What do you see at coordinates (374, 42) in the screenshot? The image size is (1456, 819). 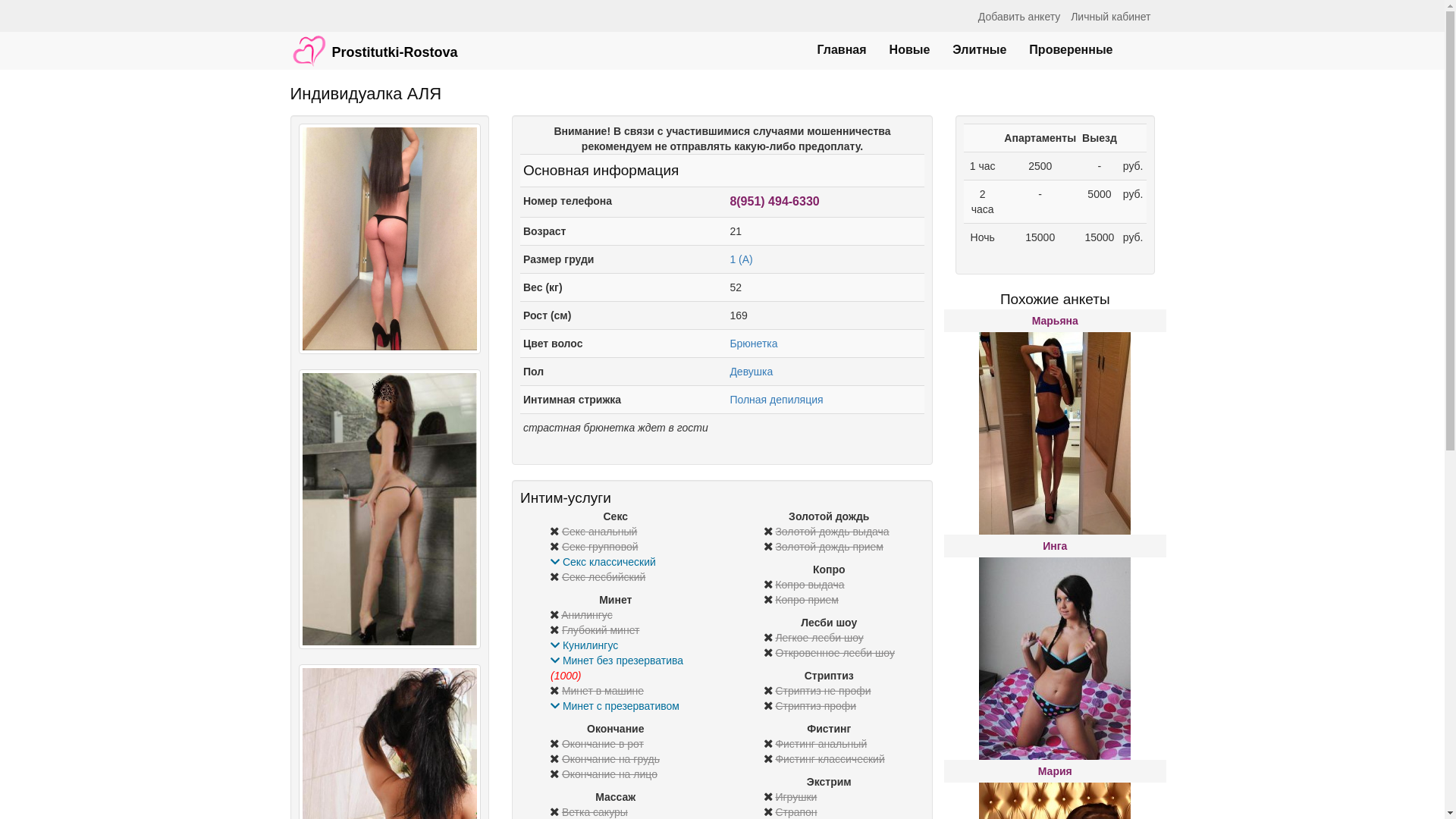 I see `'Prostitutki-Rostova'` at bounding box center [374, 42].